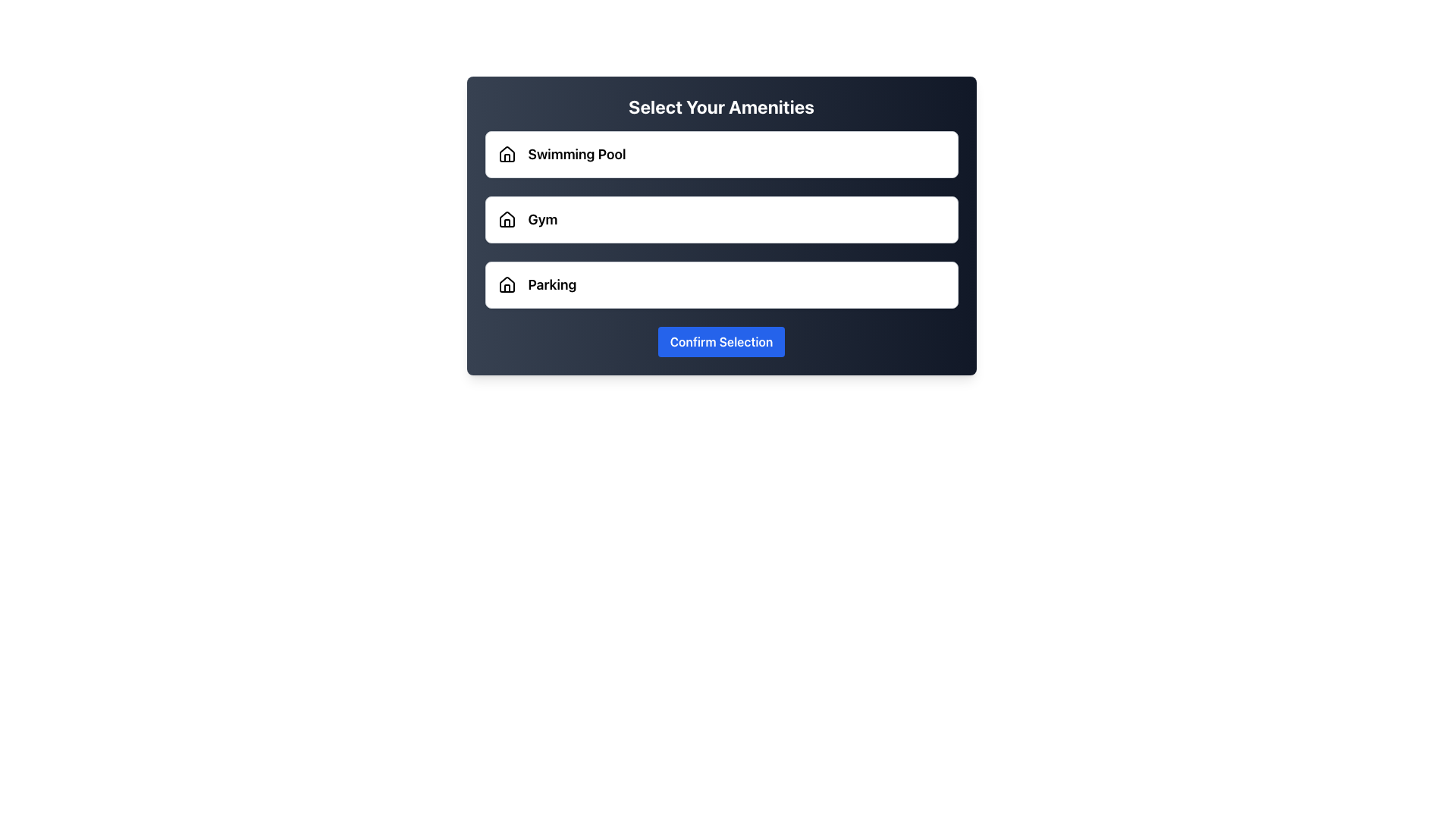 The height and width of the screenshot is (819, 1456). Describe the element at coordinates (507, 154) in the screenshot. I see `the first house icon representing 'Swimming Pool', located to the left of the text under 'Select Your Amenities'` at that location.